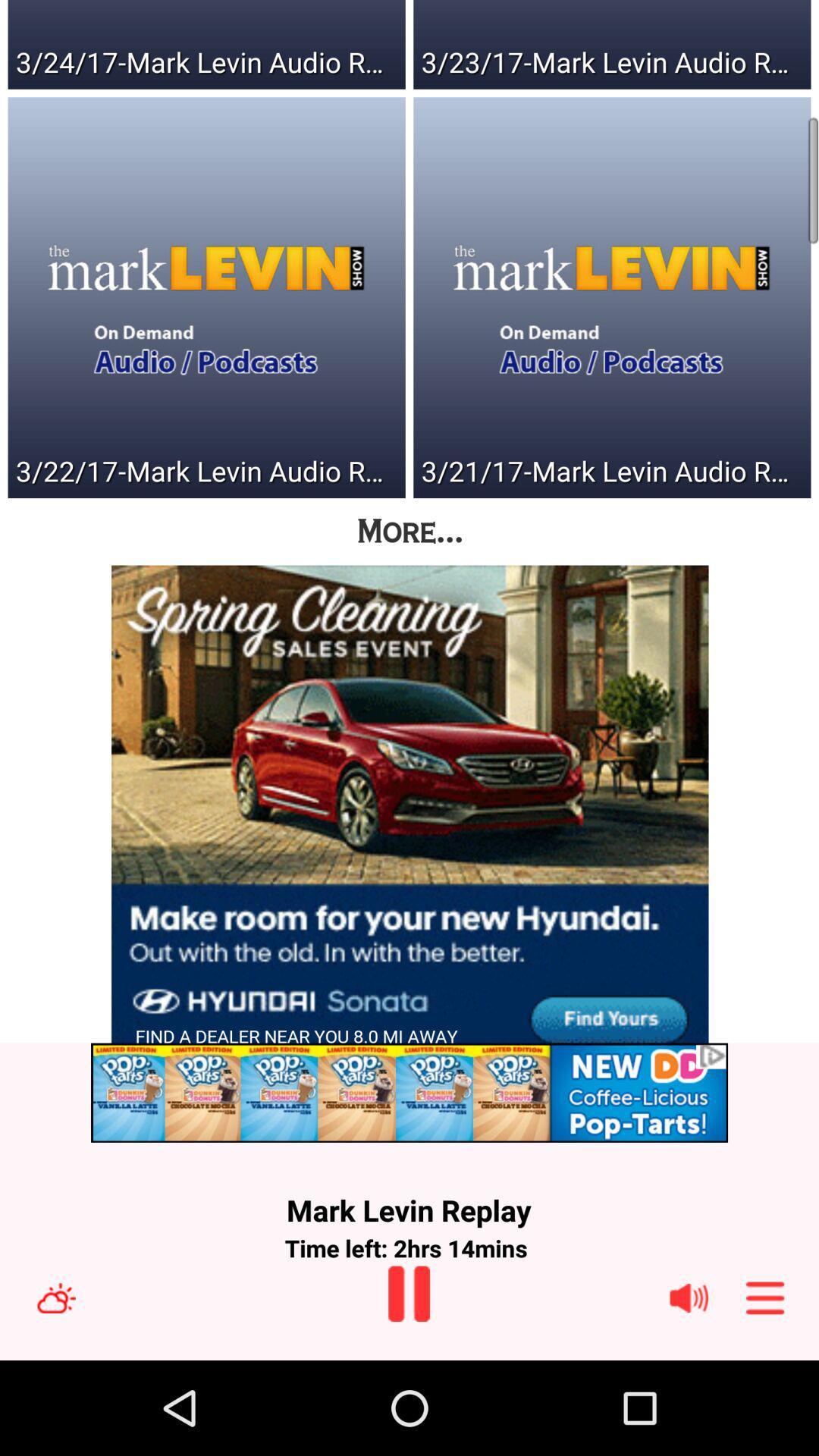  Describe the element at coordinates (765, 1389) in the screenshot. I see `the menu icon` at that location.